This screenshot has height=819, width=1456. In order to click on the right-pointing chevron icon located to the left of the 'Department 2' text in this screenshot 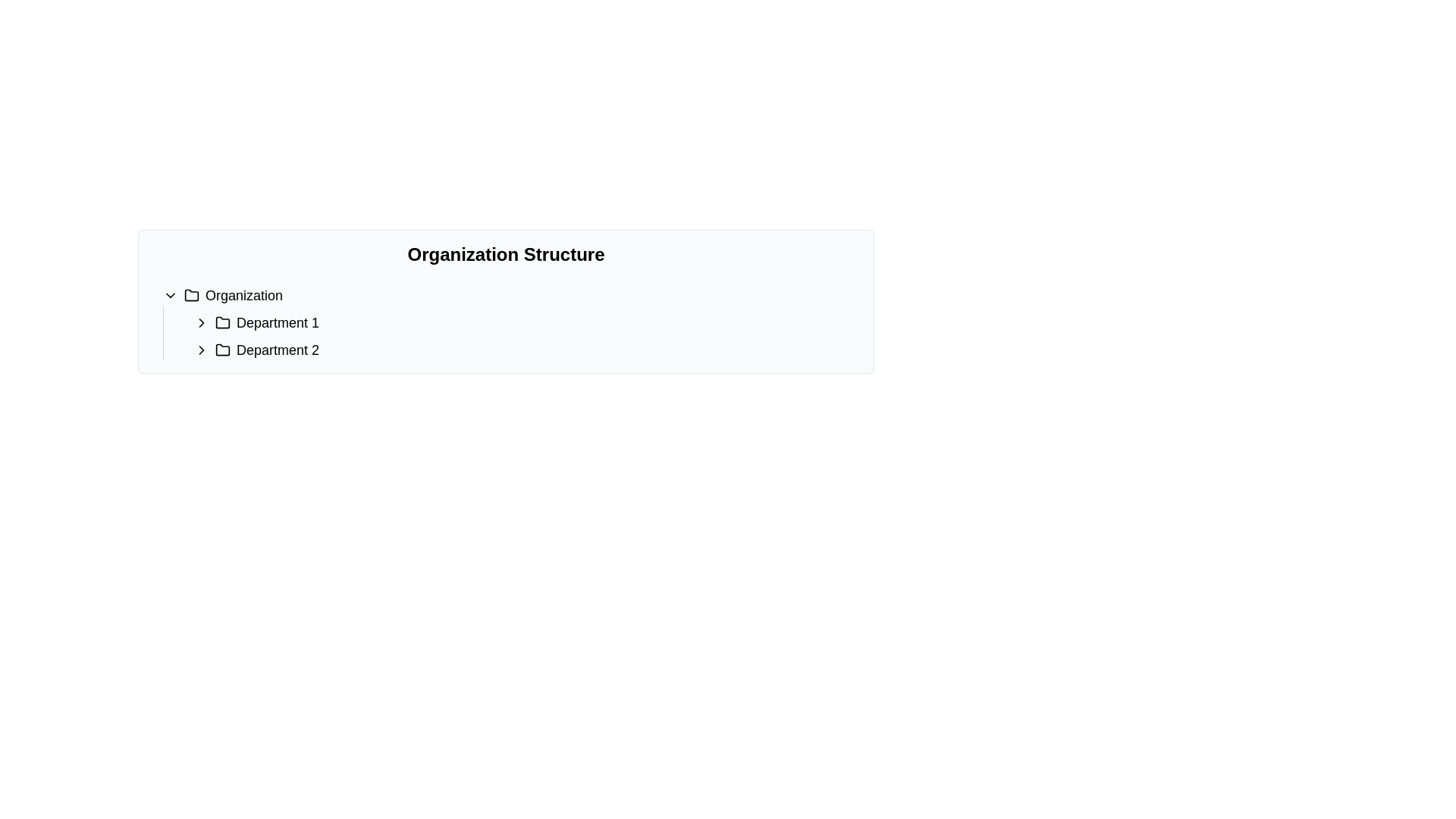, I will do `click(200, 350)`.